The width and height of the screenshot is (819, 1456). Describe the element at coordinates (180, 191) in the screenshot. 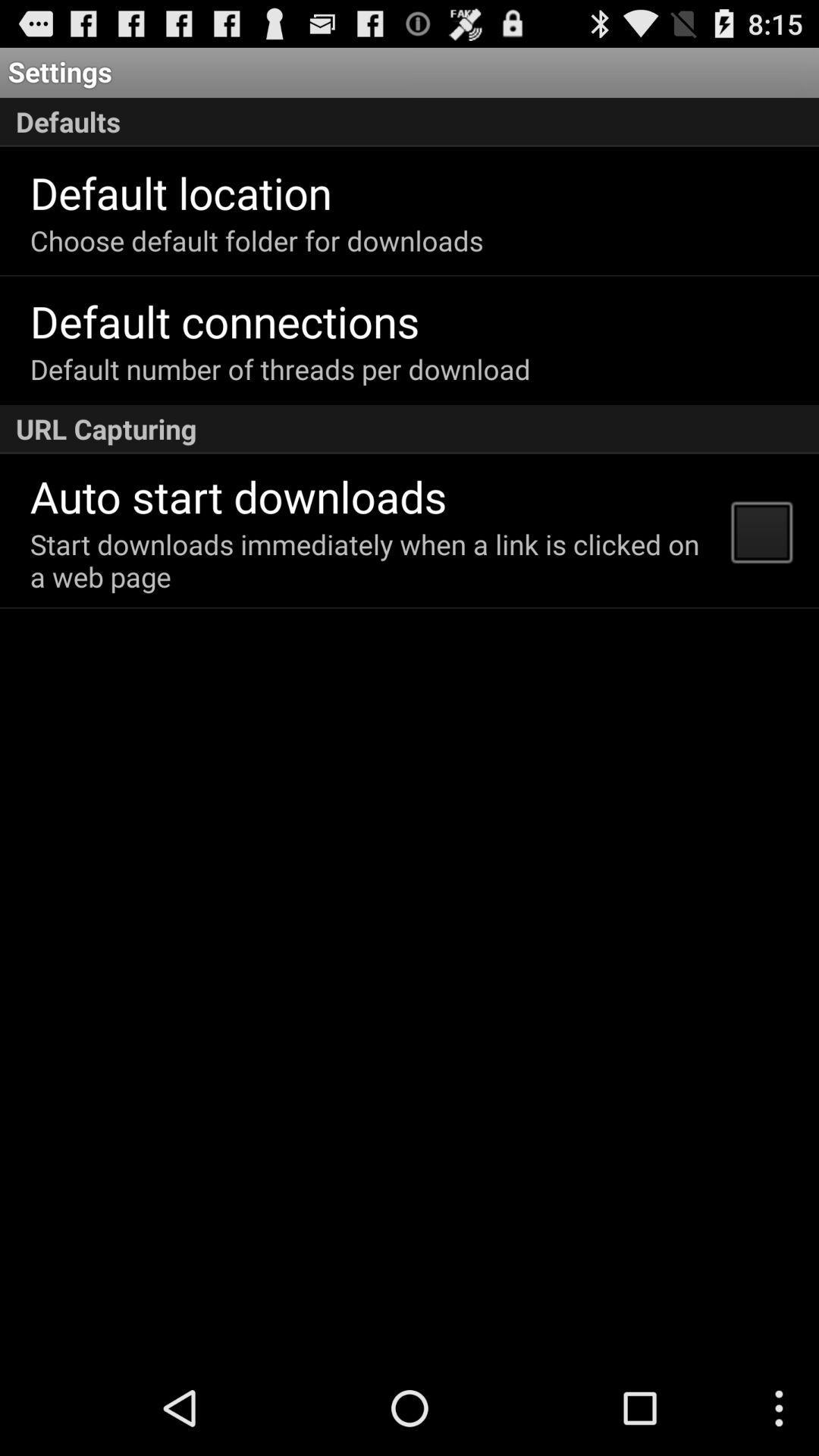

I see `the default location` at that location.